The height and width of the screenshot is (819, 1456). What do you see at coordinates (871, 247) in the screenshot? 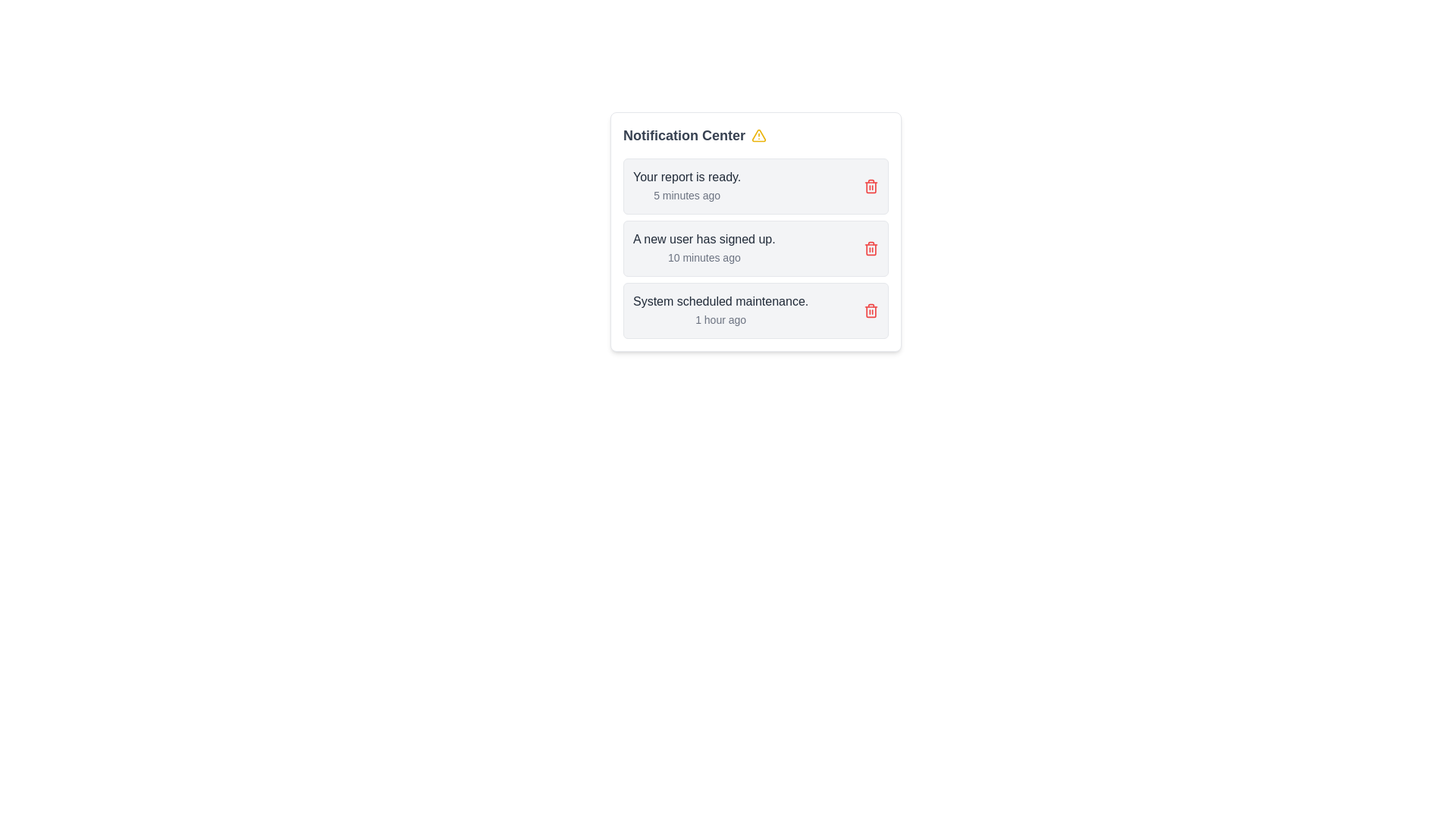
I see `the small red trash can icon` at bounding box center [871, 247].